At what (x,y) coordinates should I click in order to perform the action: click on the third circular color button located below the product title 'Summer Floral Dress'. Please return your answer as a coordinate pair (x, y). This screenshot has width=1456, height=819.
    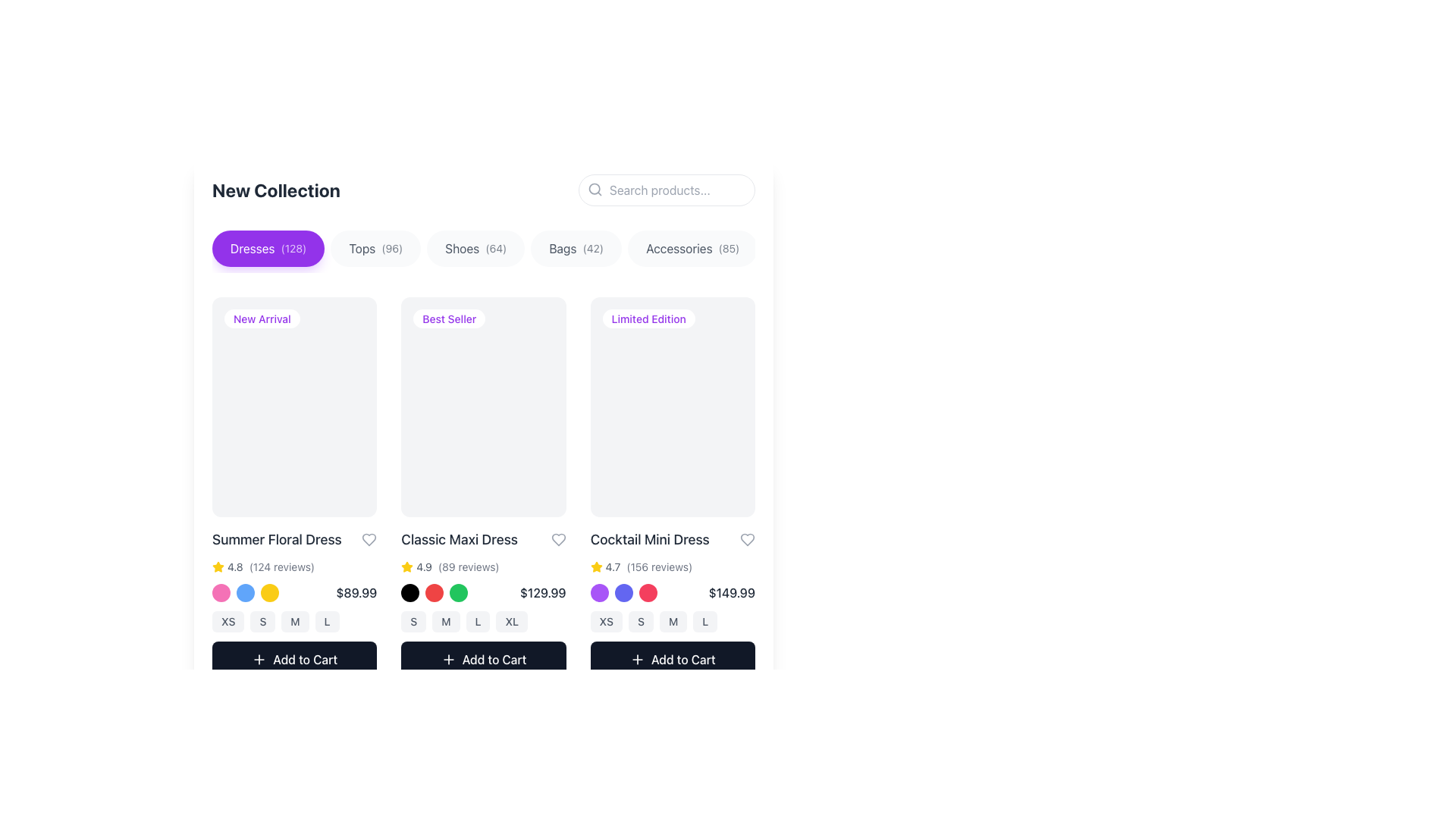
    Looking at the image, I should click on (269, 591).